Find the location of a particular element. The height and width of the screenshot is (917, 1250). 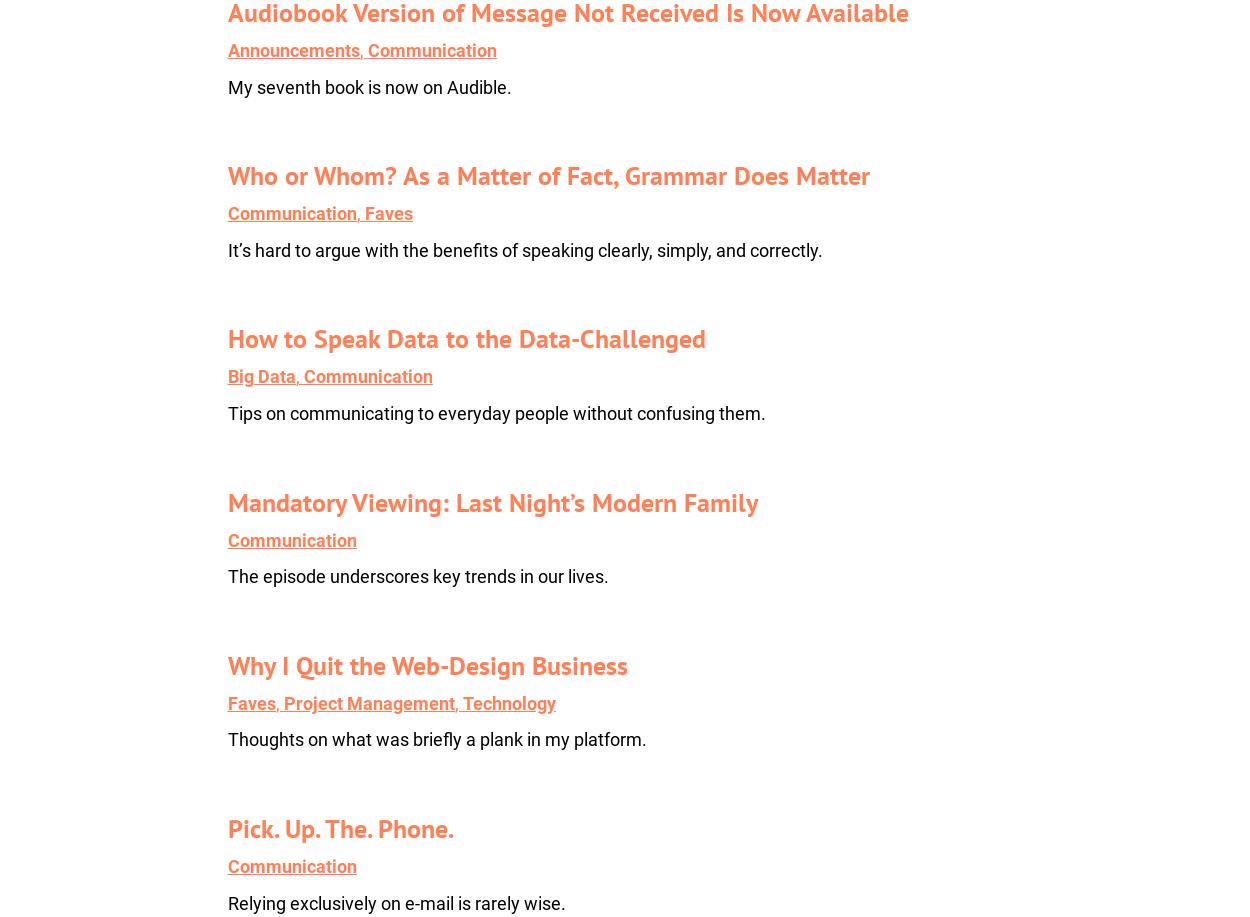

'Relying exclusively on e-mail is rarely wise.' is located at coordinates (396, 901).